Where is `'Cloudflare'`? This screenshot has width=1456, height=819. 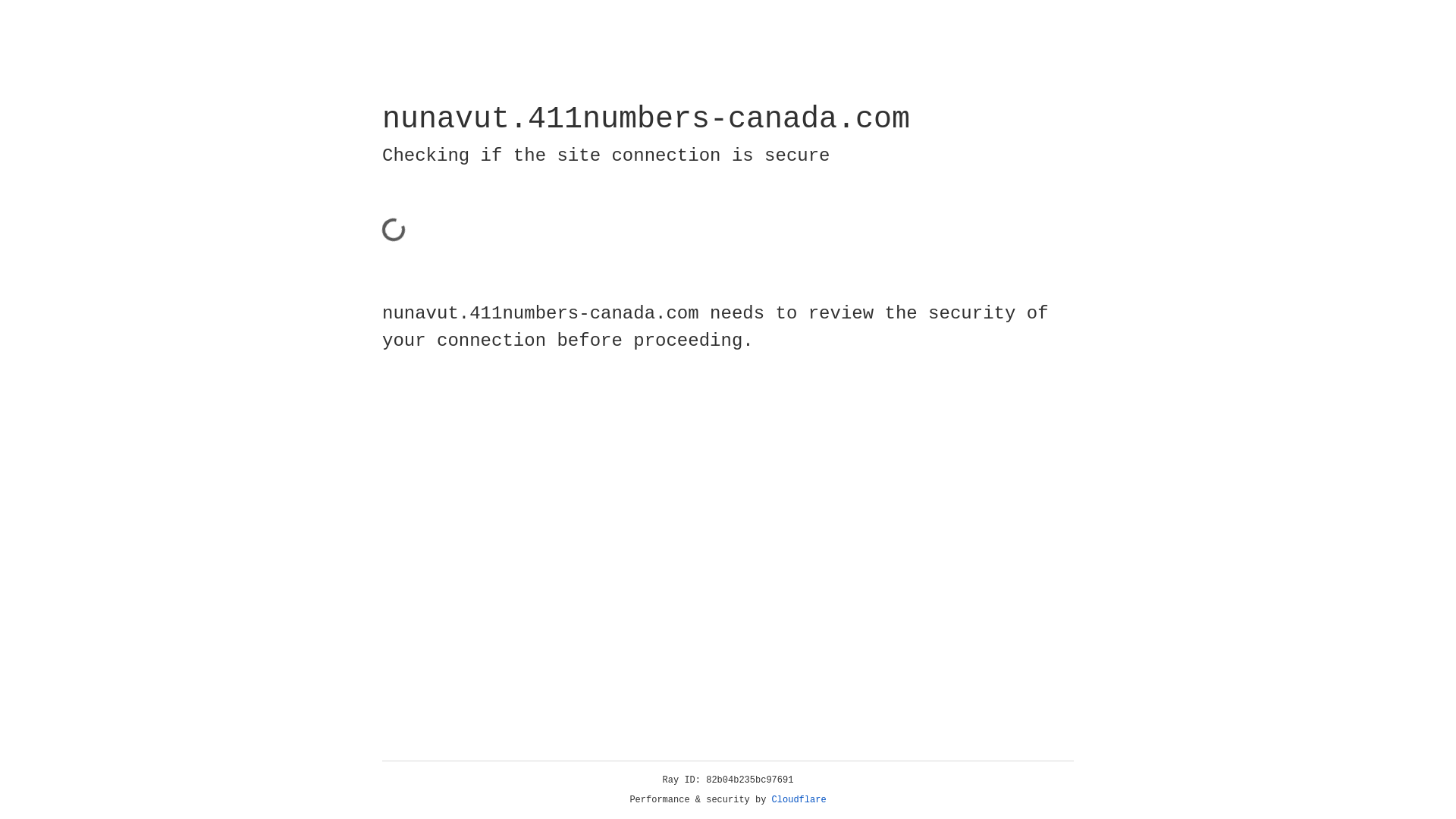 'Cloudflare' is located at coordinates (799, 799).